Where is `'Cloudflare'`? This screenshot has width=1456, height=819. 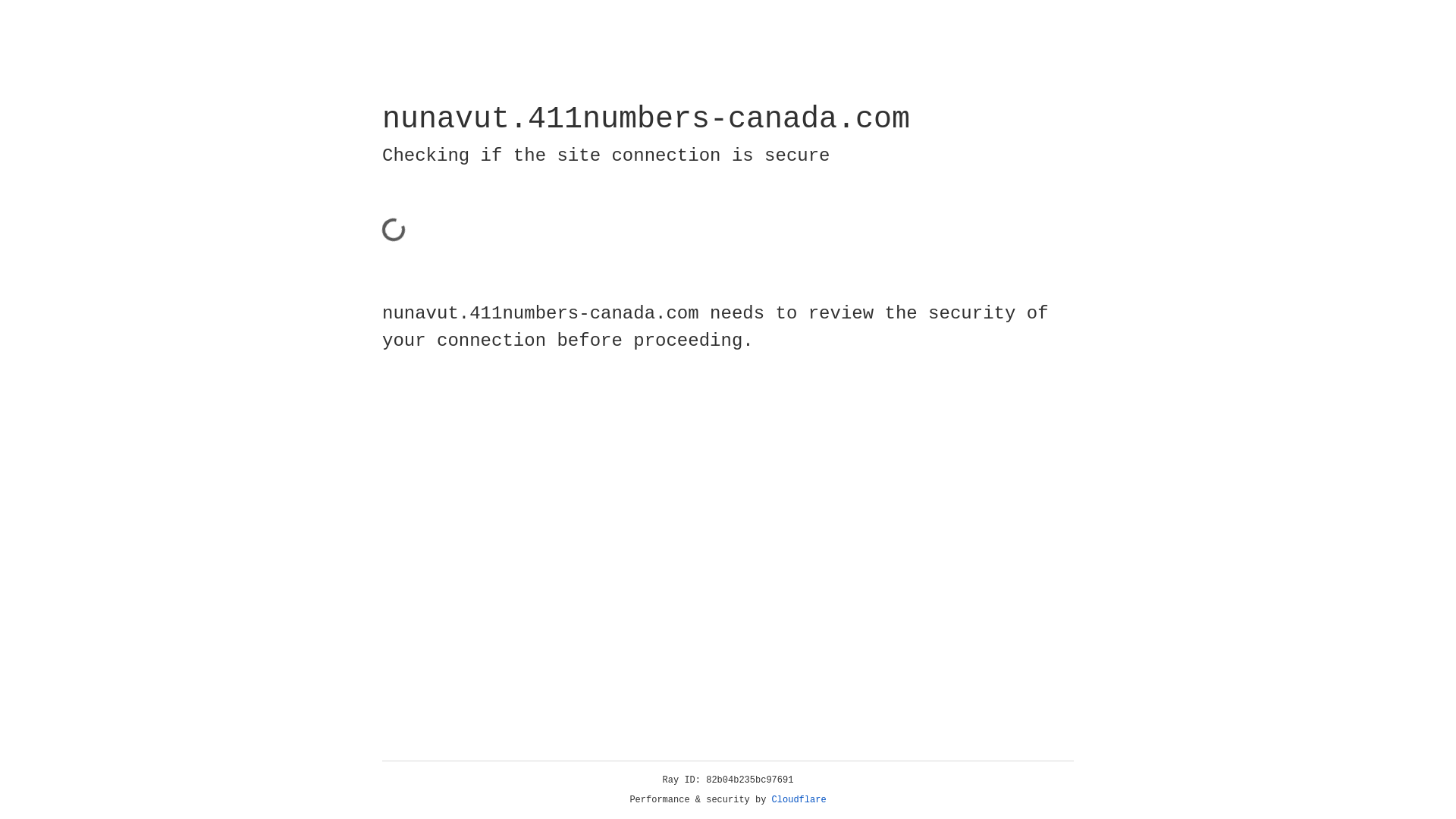 'Cloudflare' is located at coordinates (799, 799).